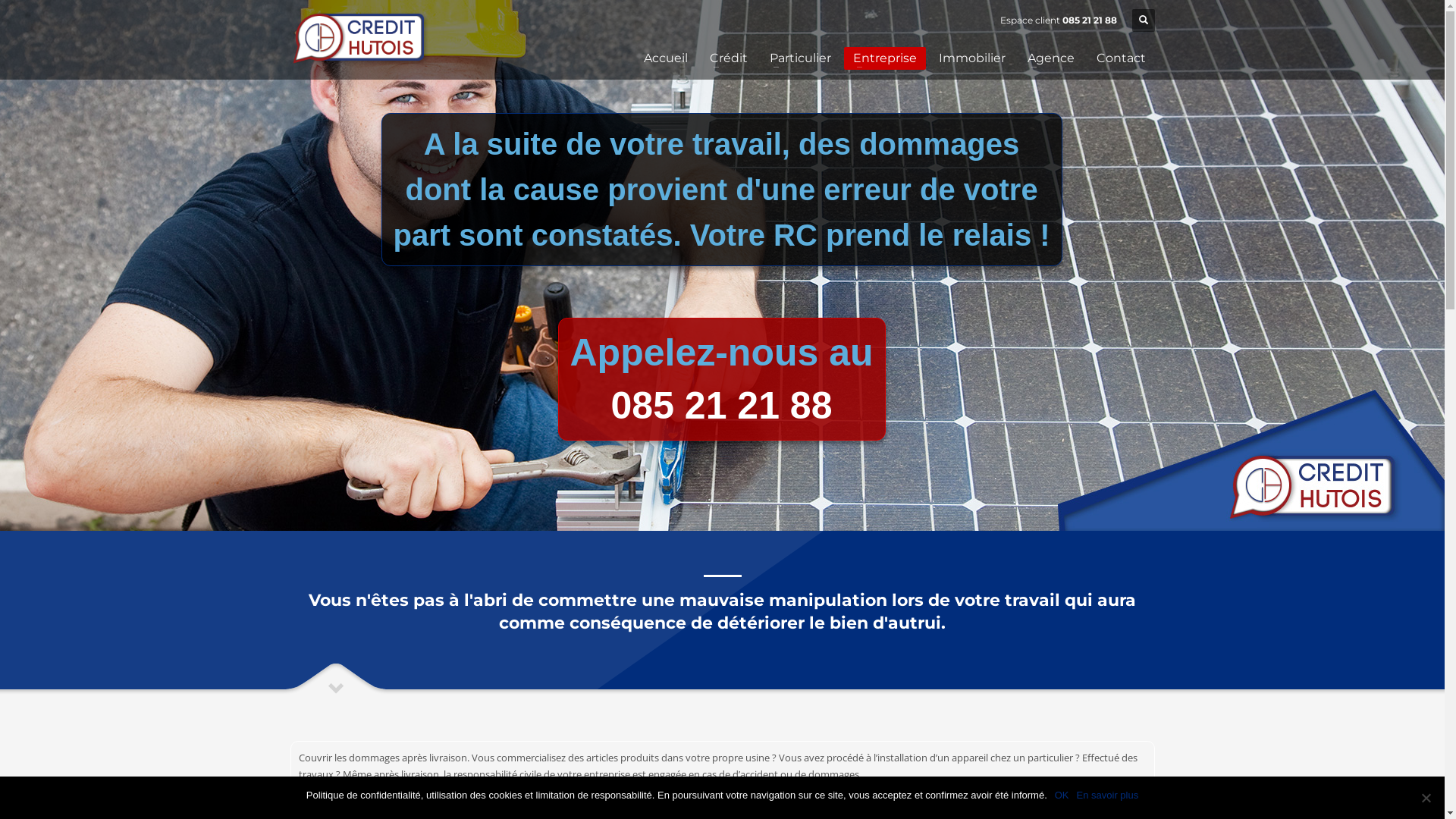 The height and width of the screenshot is (819, 1456). I want to click on 'Agence', so click(1050, 58).